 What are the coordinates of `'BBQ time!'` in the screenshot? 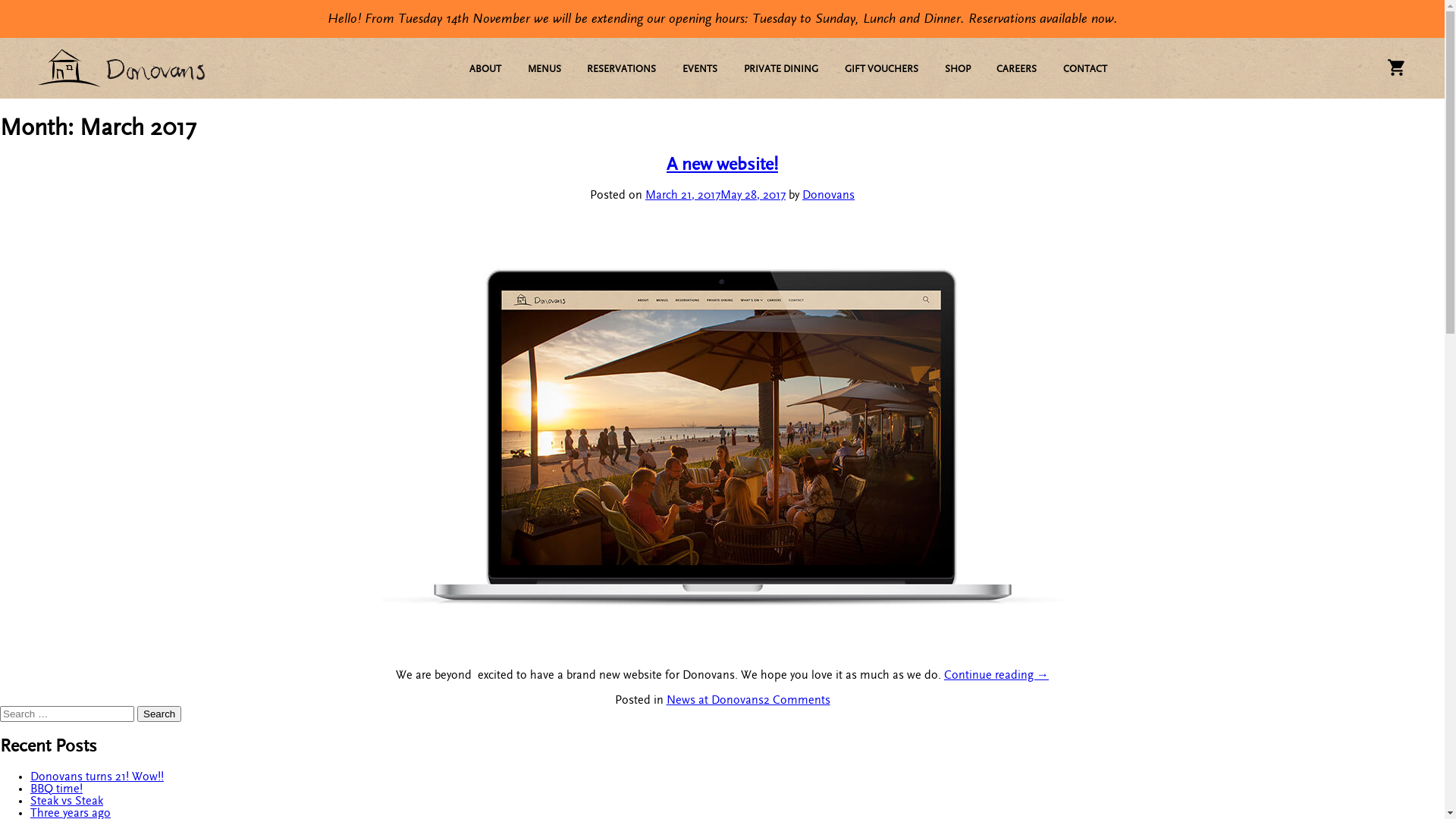 It's located at (56, 788).